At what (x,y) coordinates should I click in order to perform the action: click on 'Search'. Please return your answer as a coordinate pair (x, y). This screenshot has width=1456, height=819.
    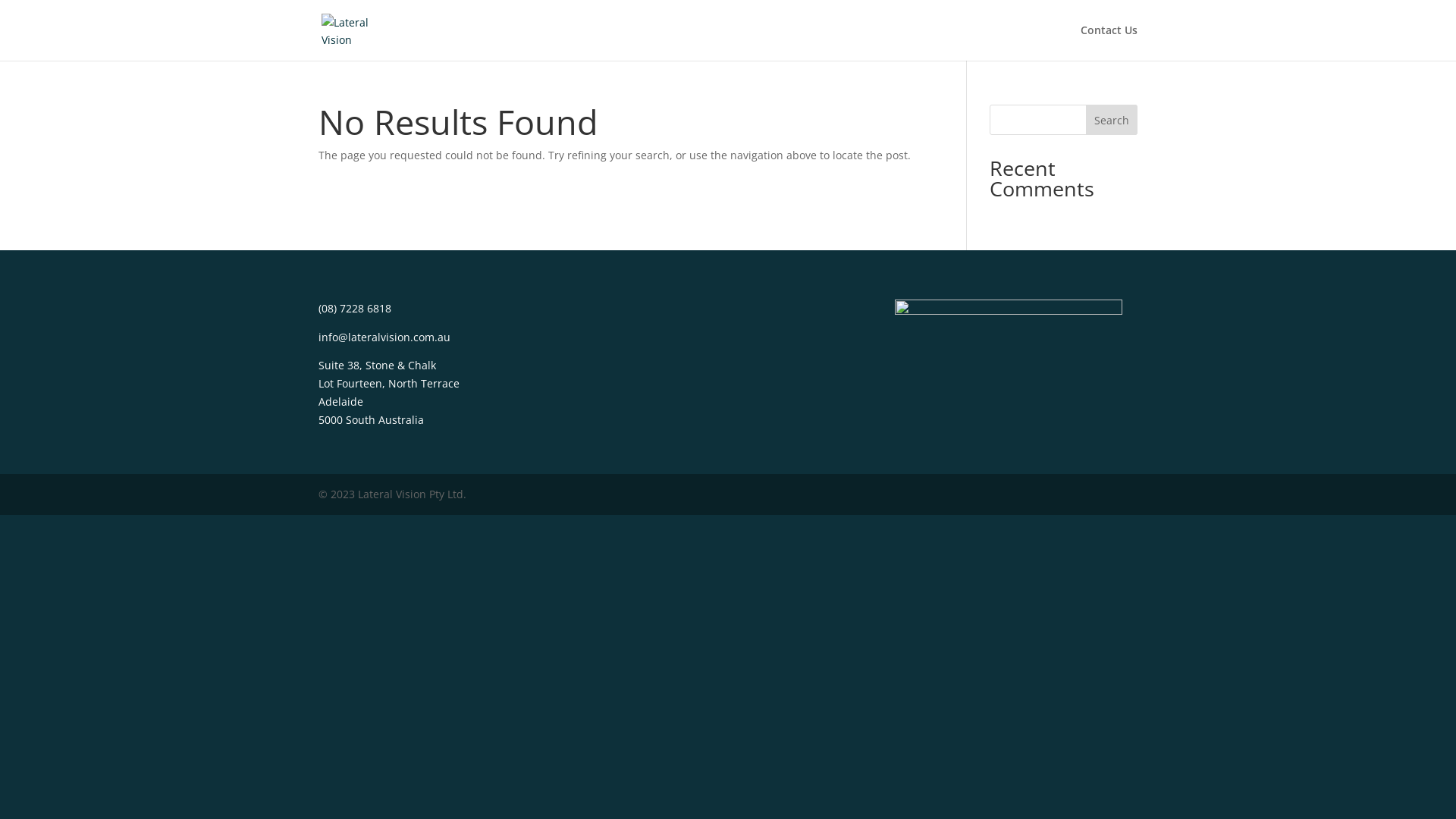
    Looking at the image, I should click on (1111, 119).